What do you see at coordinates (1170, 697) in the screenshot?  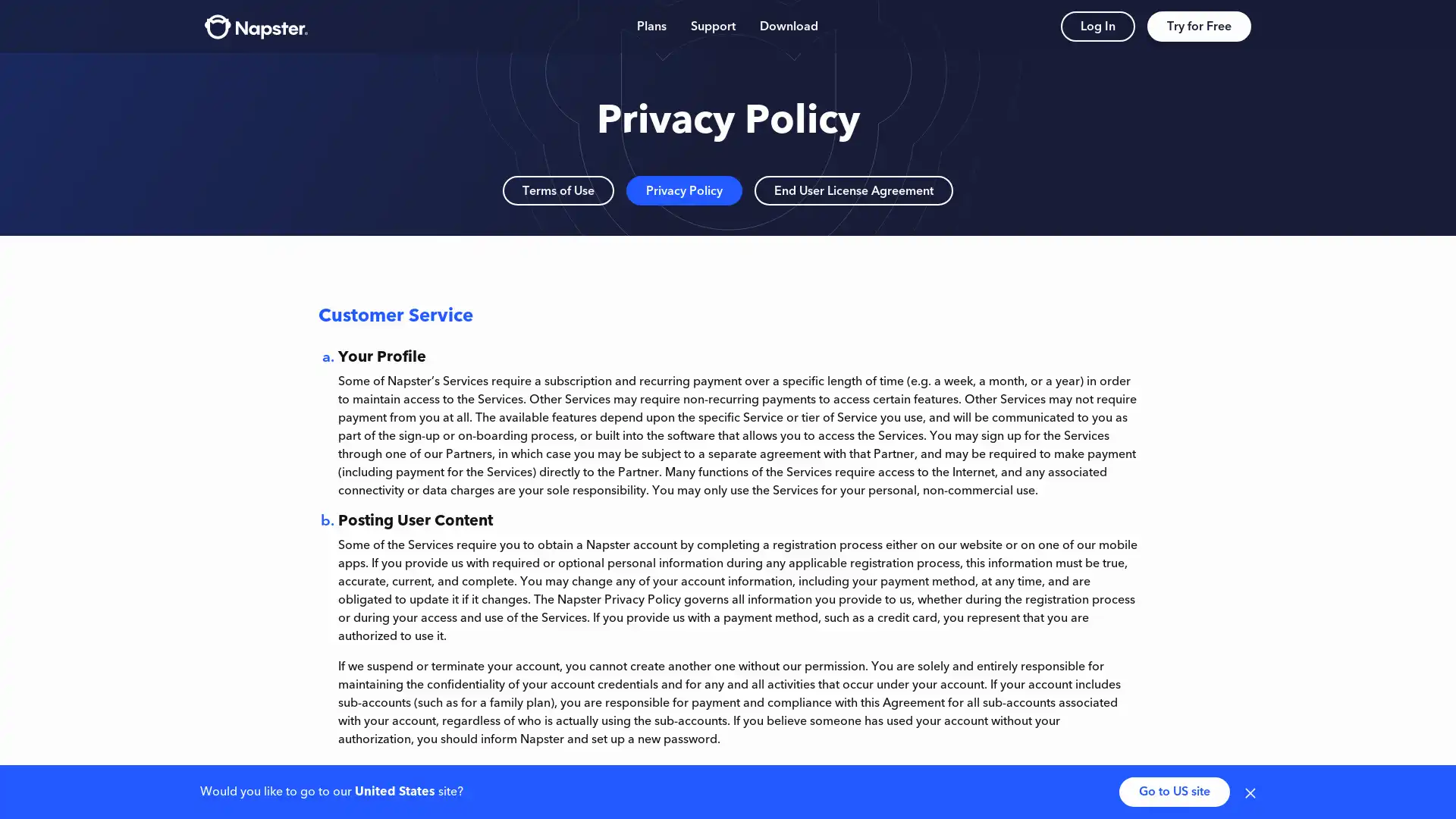 I see `Reject` at bounding box center [1170, 697].